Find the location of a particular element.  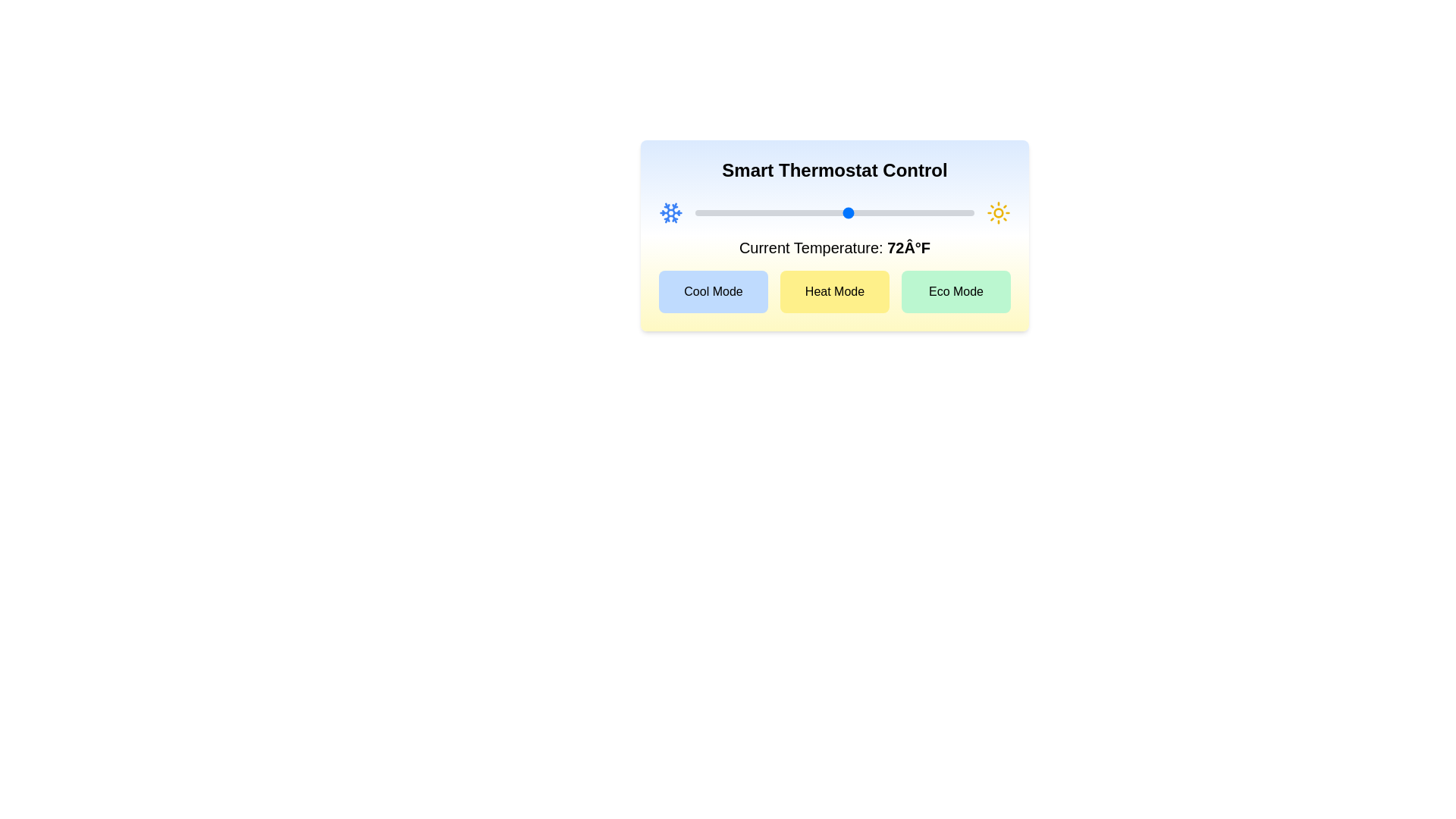

the temperature slider to set the temperature to 86°F is located at coordinates (946, 213).